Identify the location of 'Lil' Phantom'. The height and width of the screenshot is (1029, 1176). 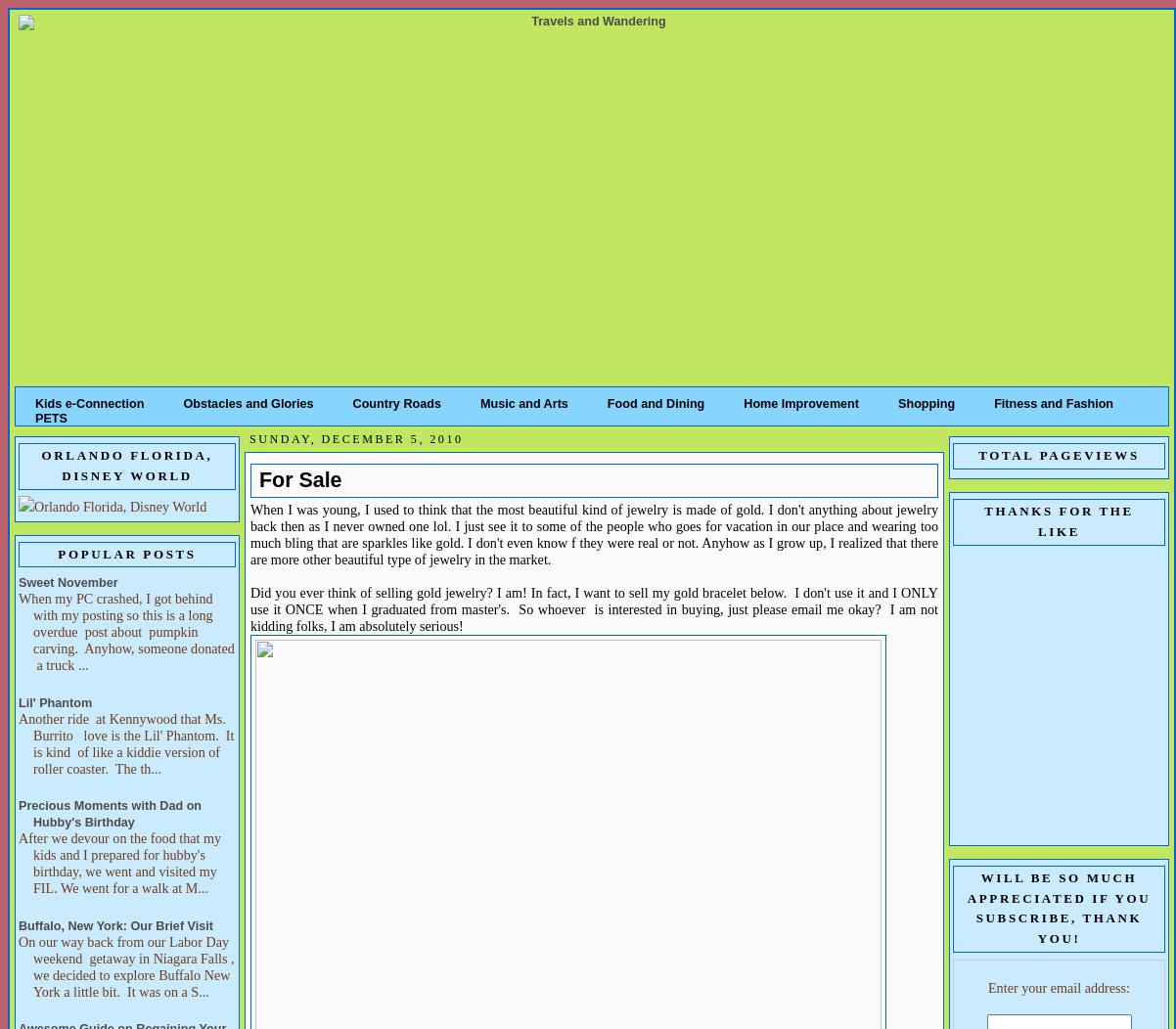
(18, 701).